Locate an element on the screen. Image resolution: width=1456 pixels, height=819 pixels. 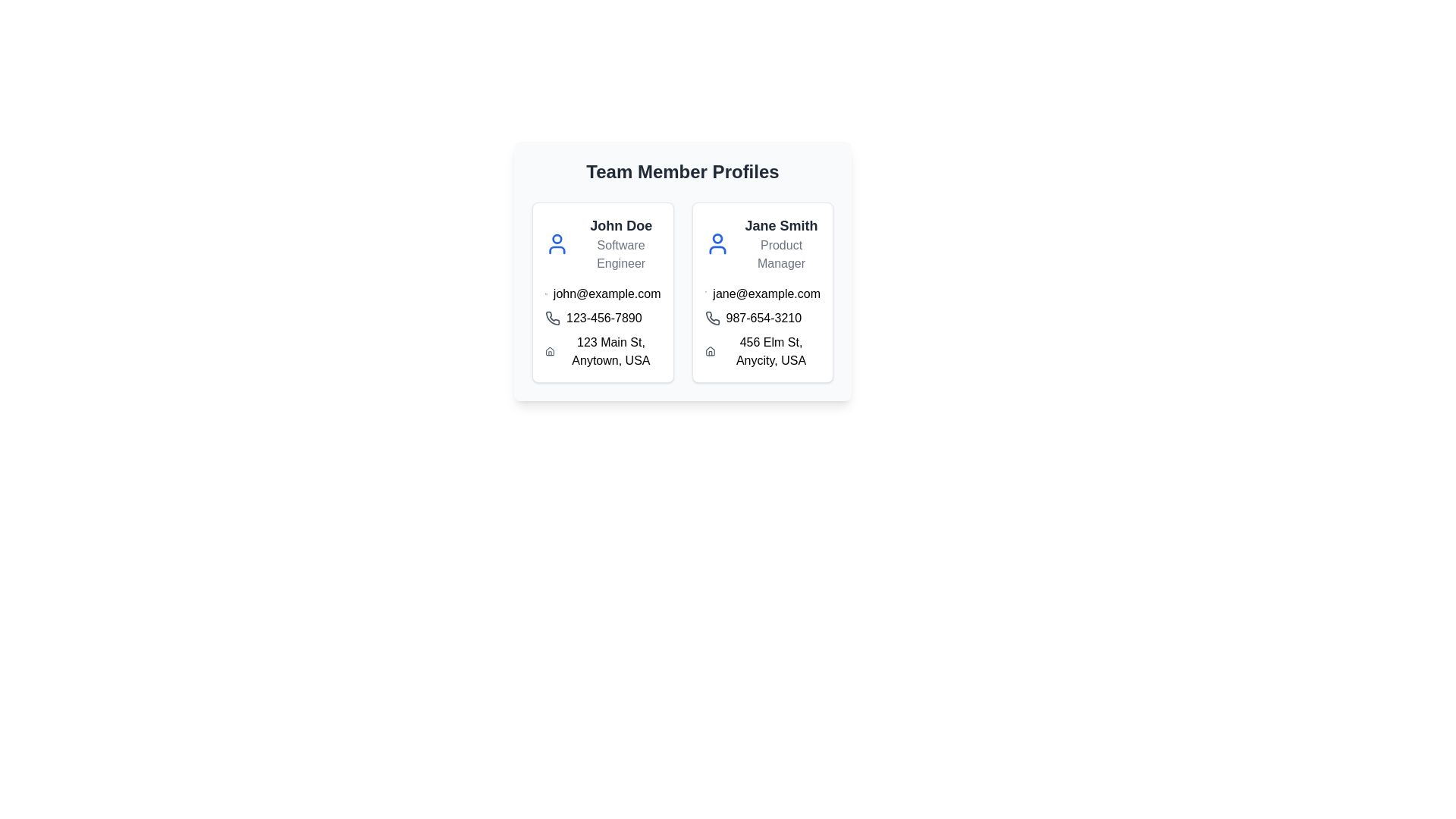
the contact icon associated with John Doe's phone number '123-456-7890' is located at coordinates (552, 318).